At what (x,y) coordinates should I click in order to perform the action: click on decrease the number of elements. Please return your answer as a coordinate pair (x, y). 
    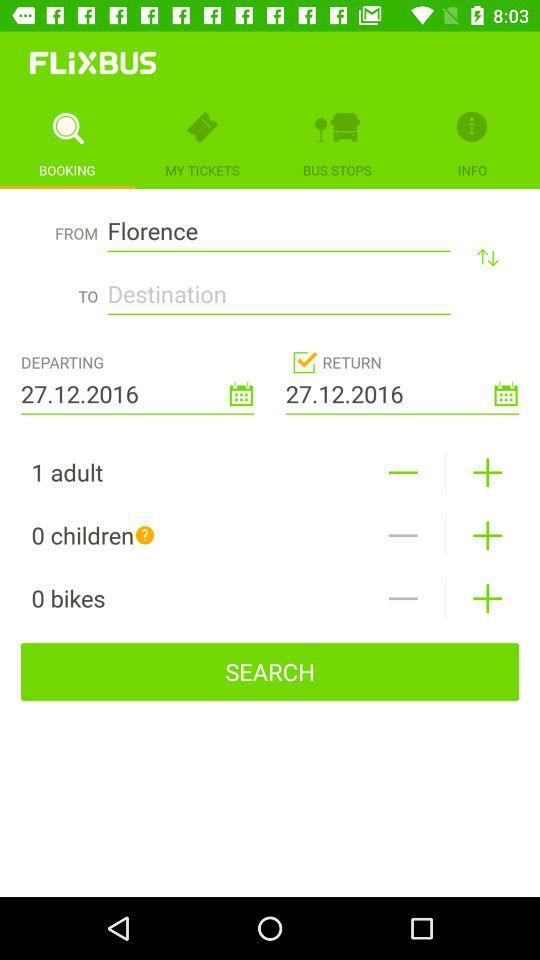
    Looking at the image, I should click on (403, 534).